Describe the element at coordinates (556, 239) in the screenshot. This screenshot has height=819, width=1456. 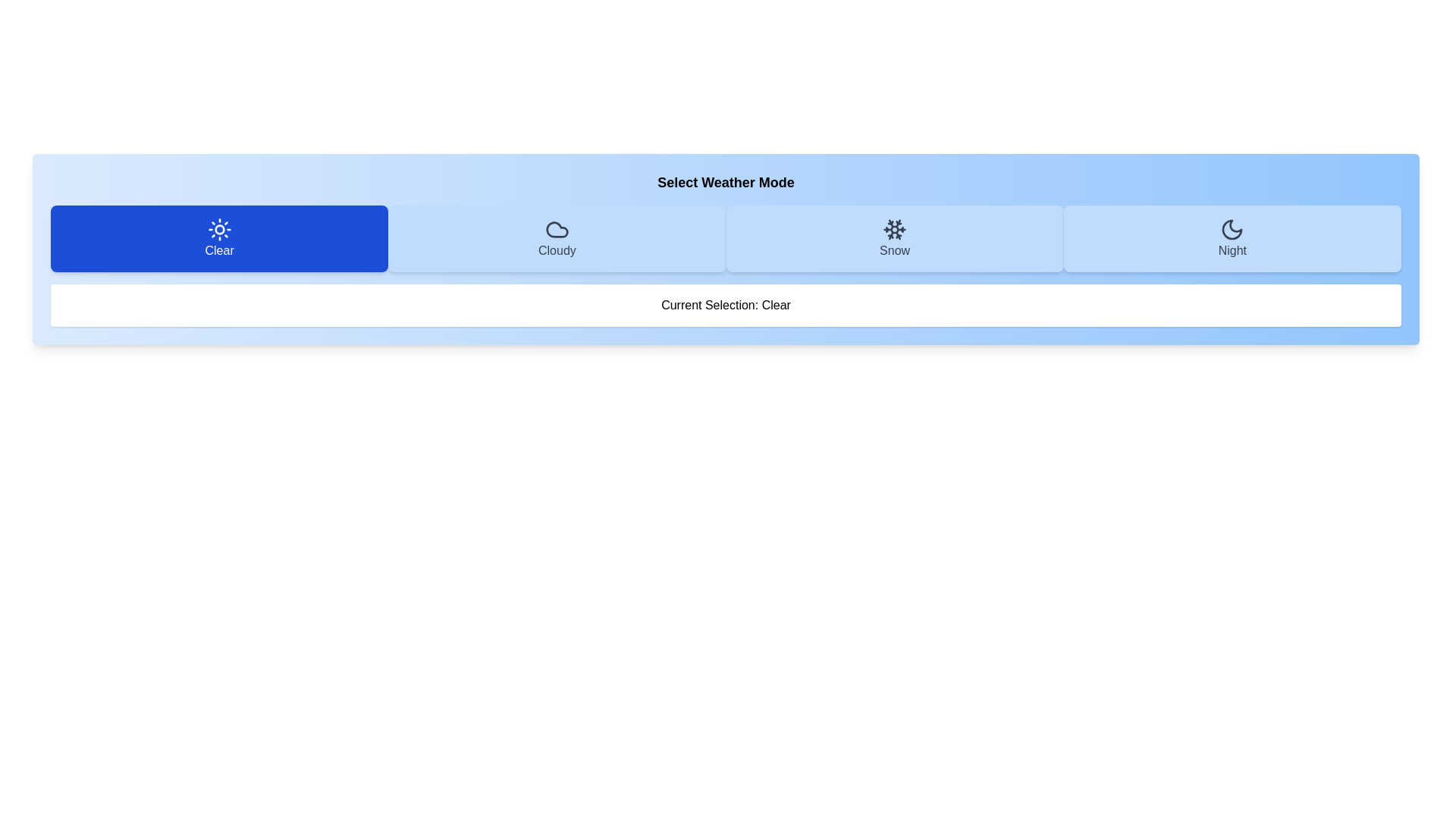
I see `the button corresponding to the weather mode Cloudy` at that location.